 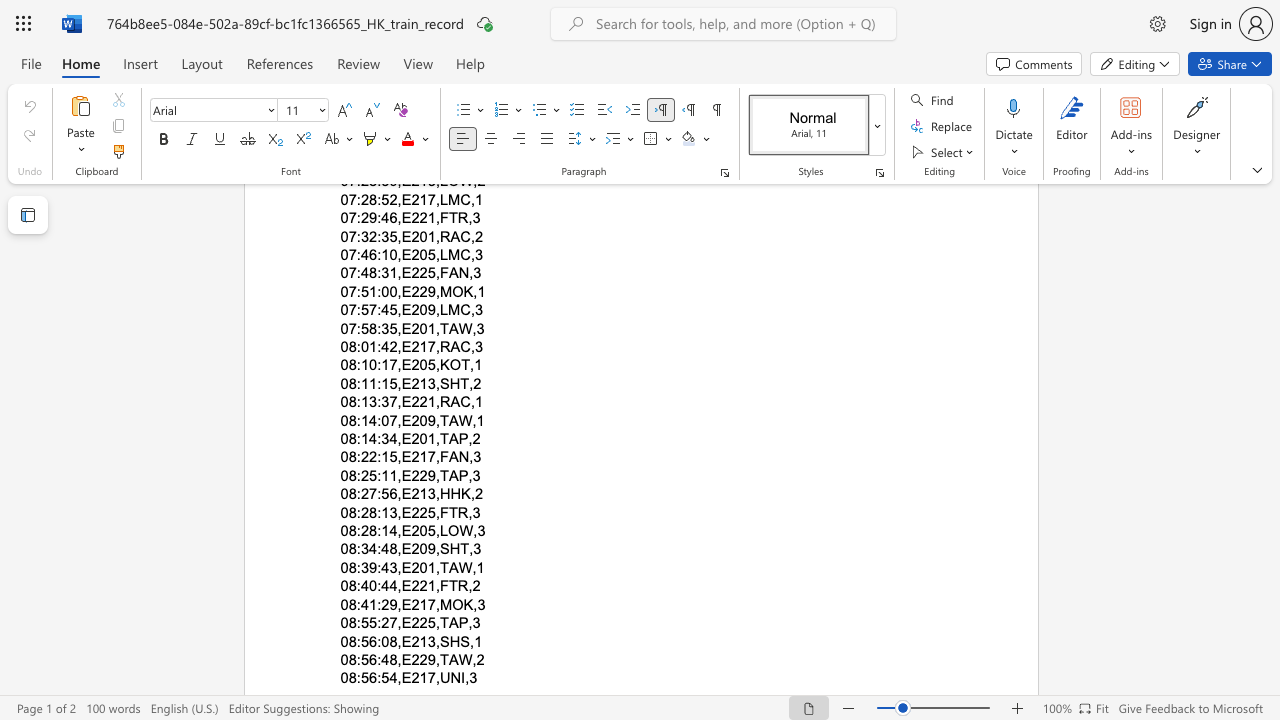 What do you see at coordinates (433, 475) in the screenshot?
I see `the space between the continuous character "9" and "," in the text` at bounding box center [433, 475].